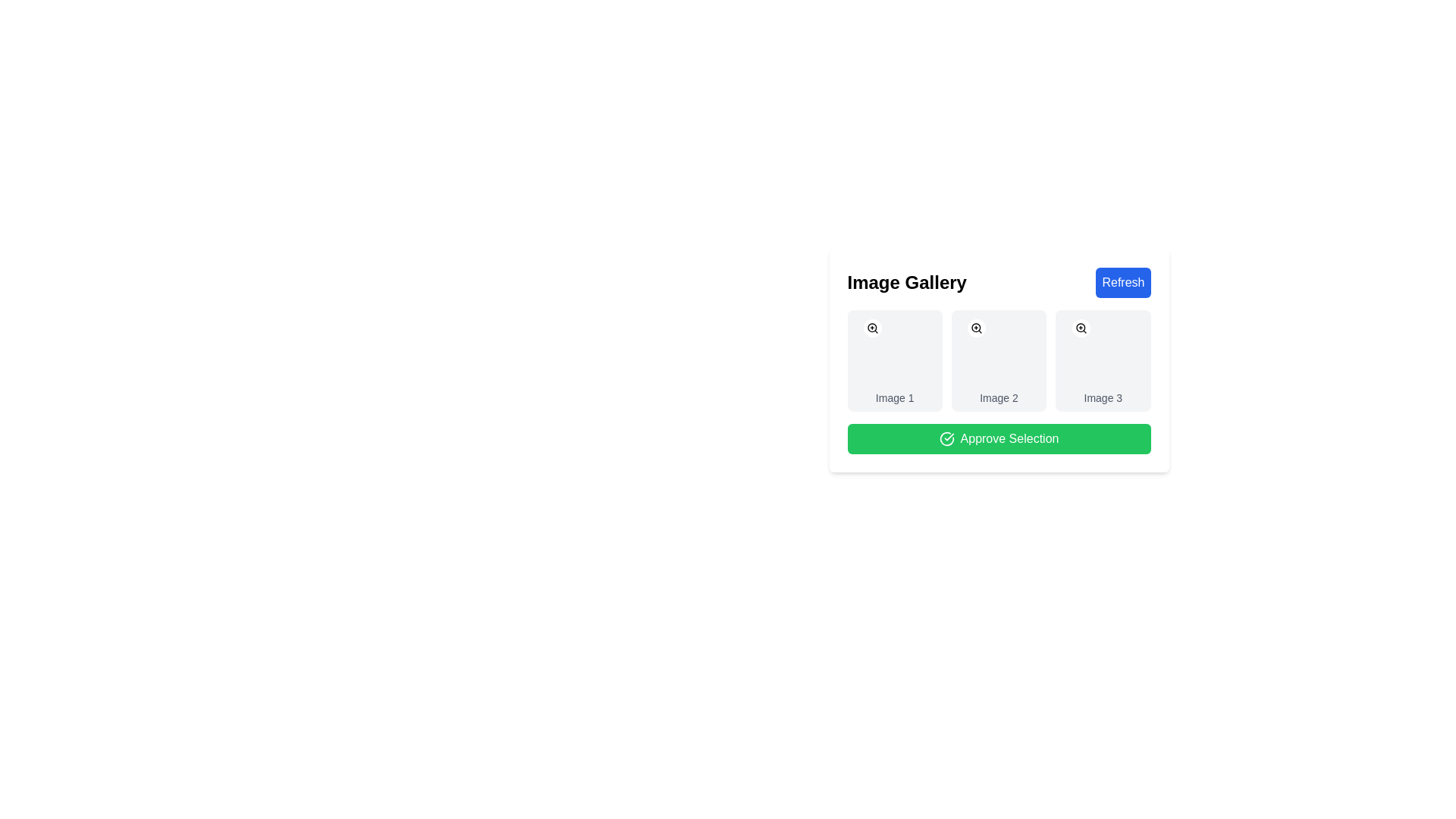 The image size is (1456, 819). Describe the element at coordinates (899, 362) in the screenshot. I see `the decorative graphical component within the second image slot of the Image Gallery interface` at that location.